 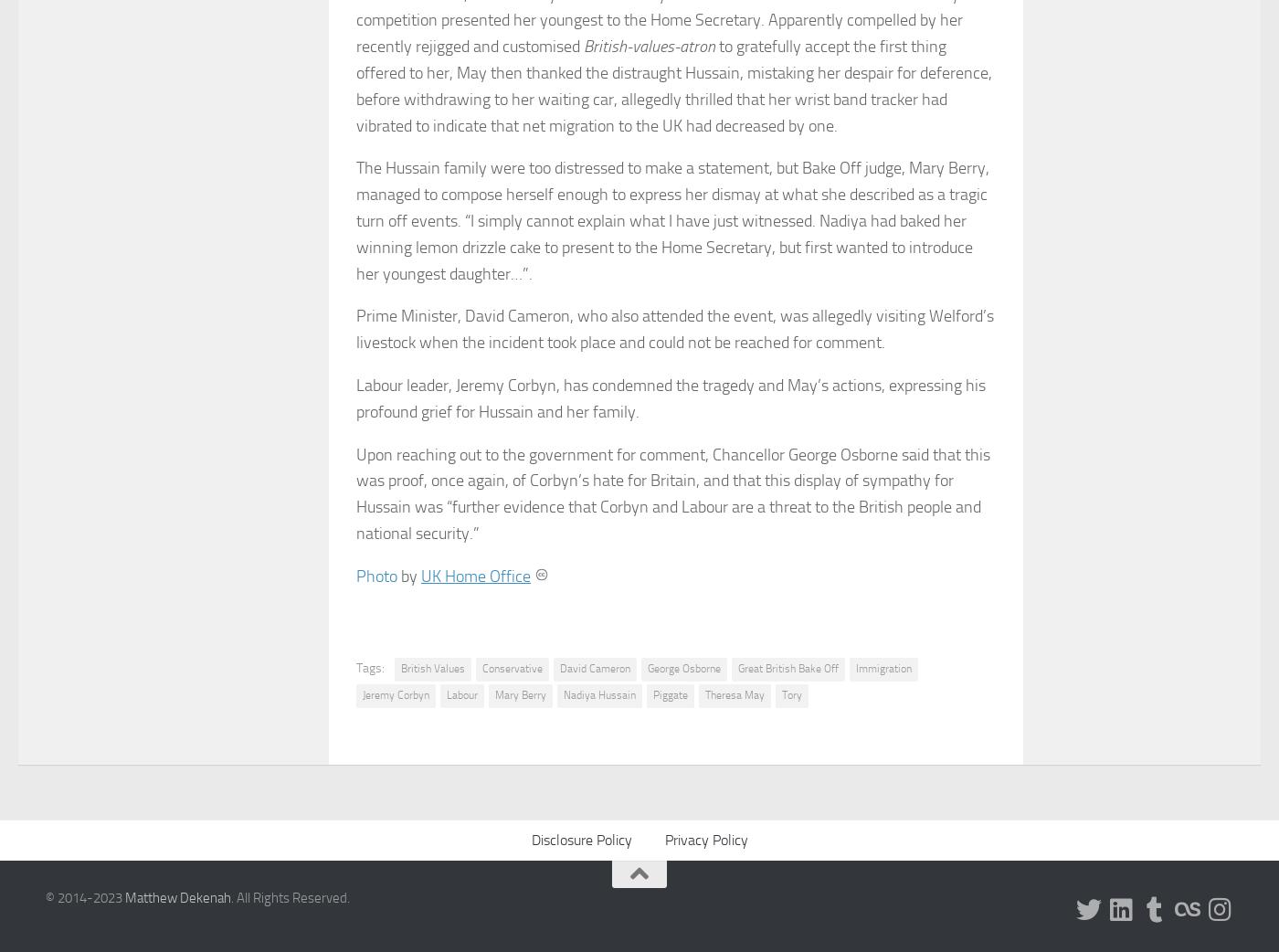 I want to click on 'Piggate', so click(x=670, y=693).